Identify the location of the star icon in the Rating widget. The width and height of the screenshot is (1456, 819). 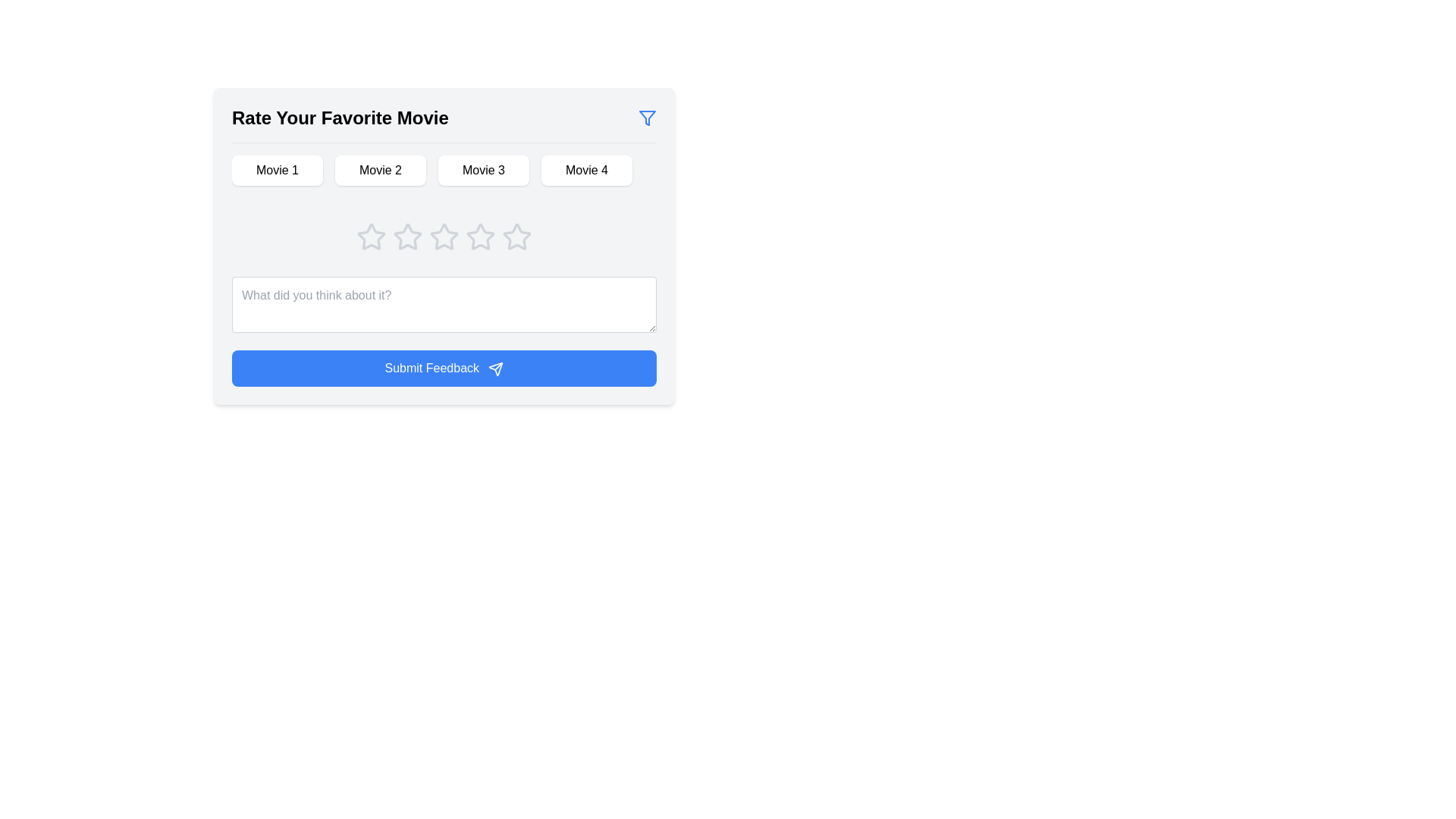
(443, 237).